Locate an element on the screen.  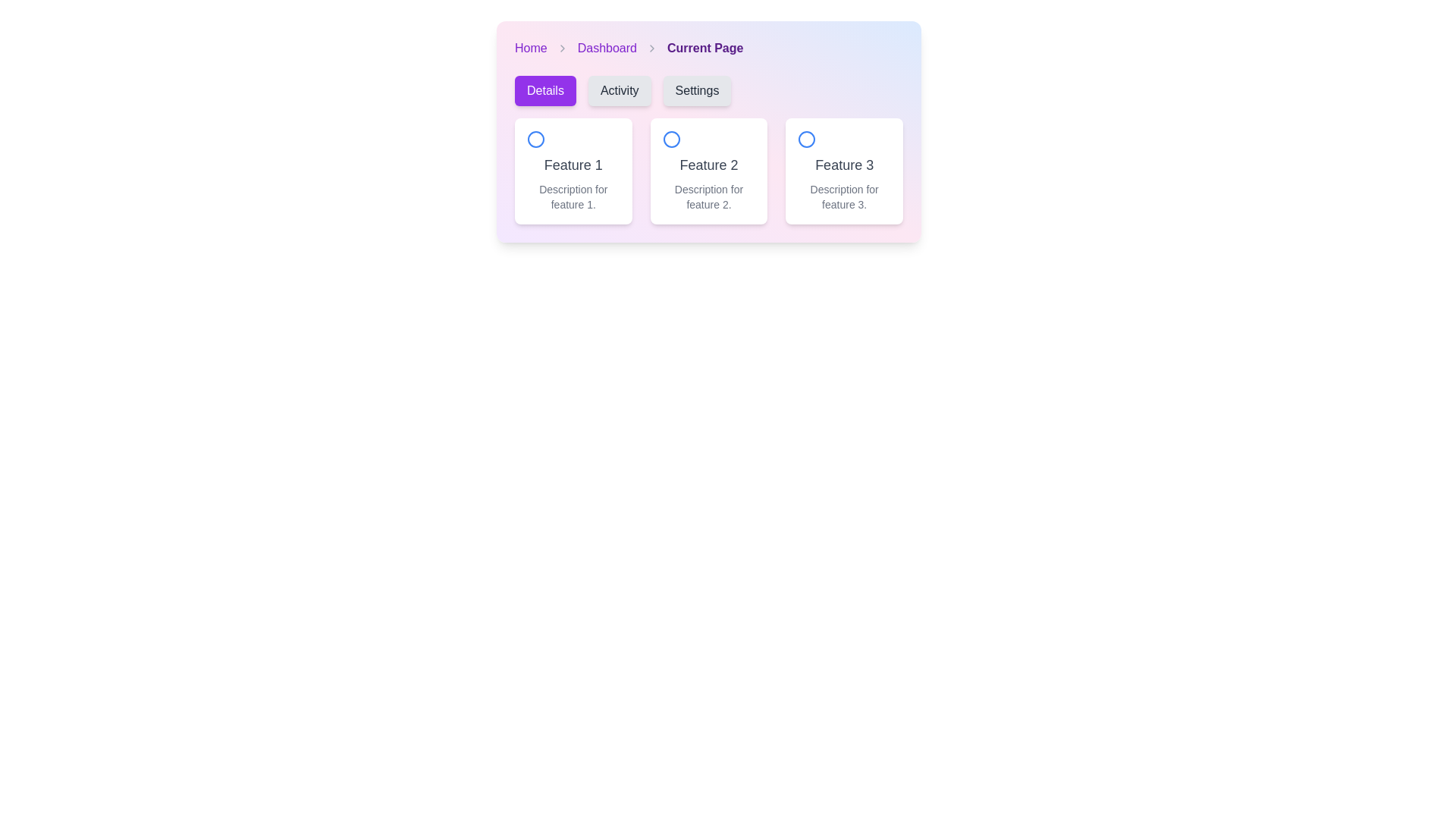
the Information card element that contains a circular blue icon, the title 'Feature 2' in bold, and the description 'Description for feature 2.' is located at coordinates (708, 171).